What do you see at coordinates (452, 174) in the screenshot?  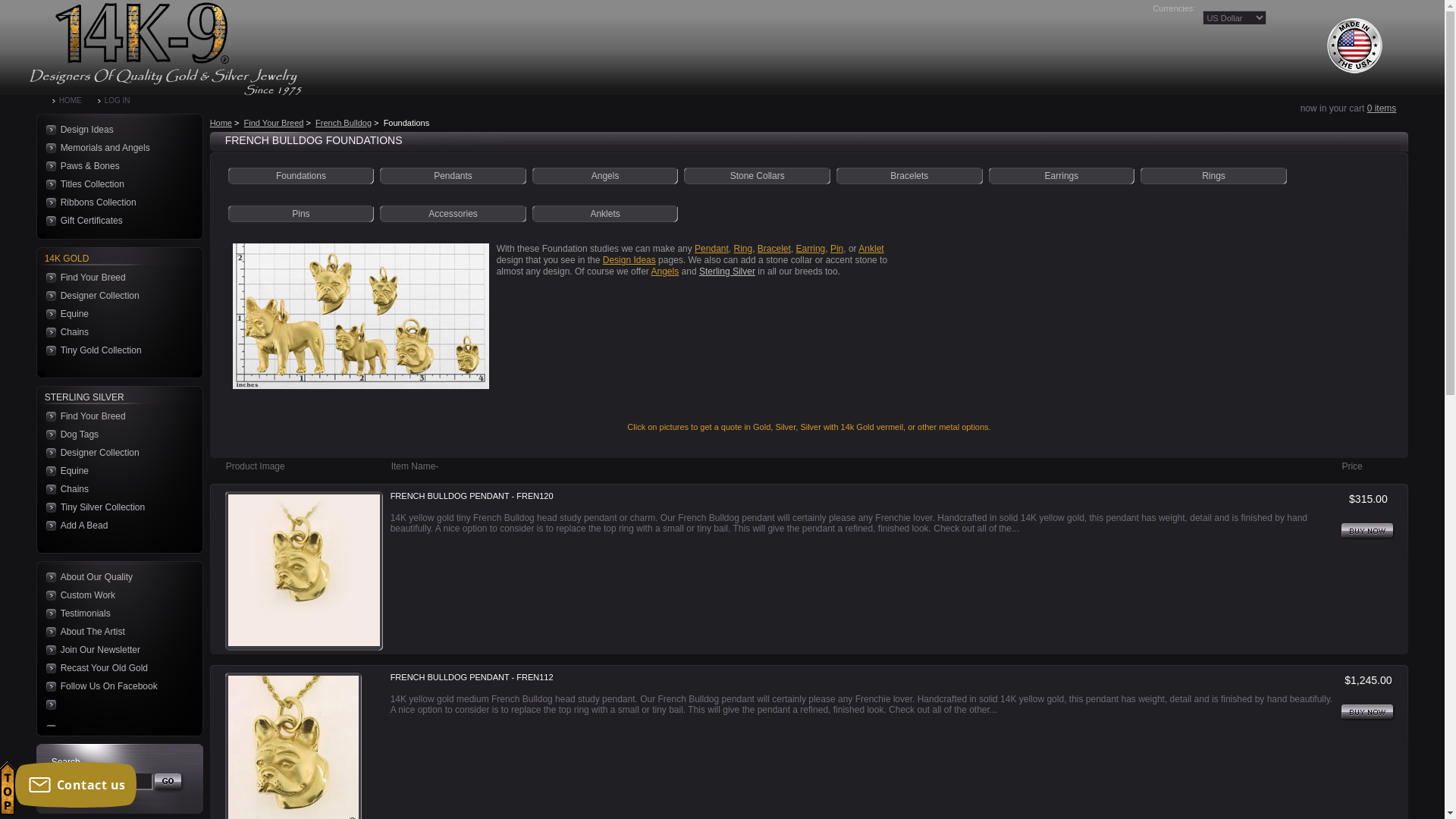 I see `'Pendants'` at bounding box center [452, 174].